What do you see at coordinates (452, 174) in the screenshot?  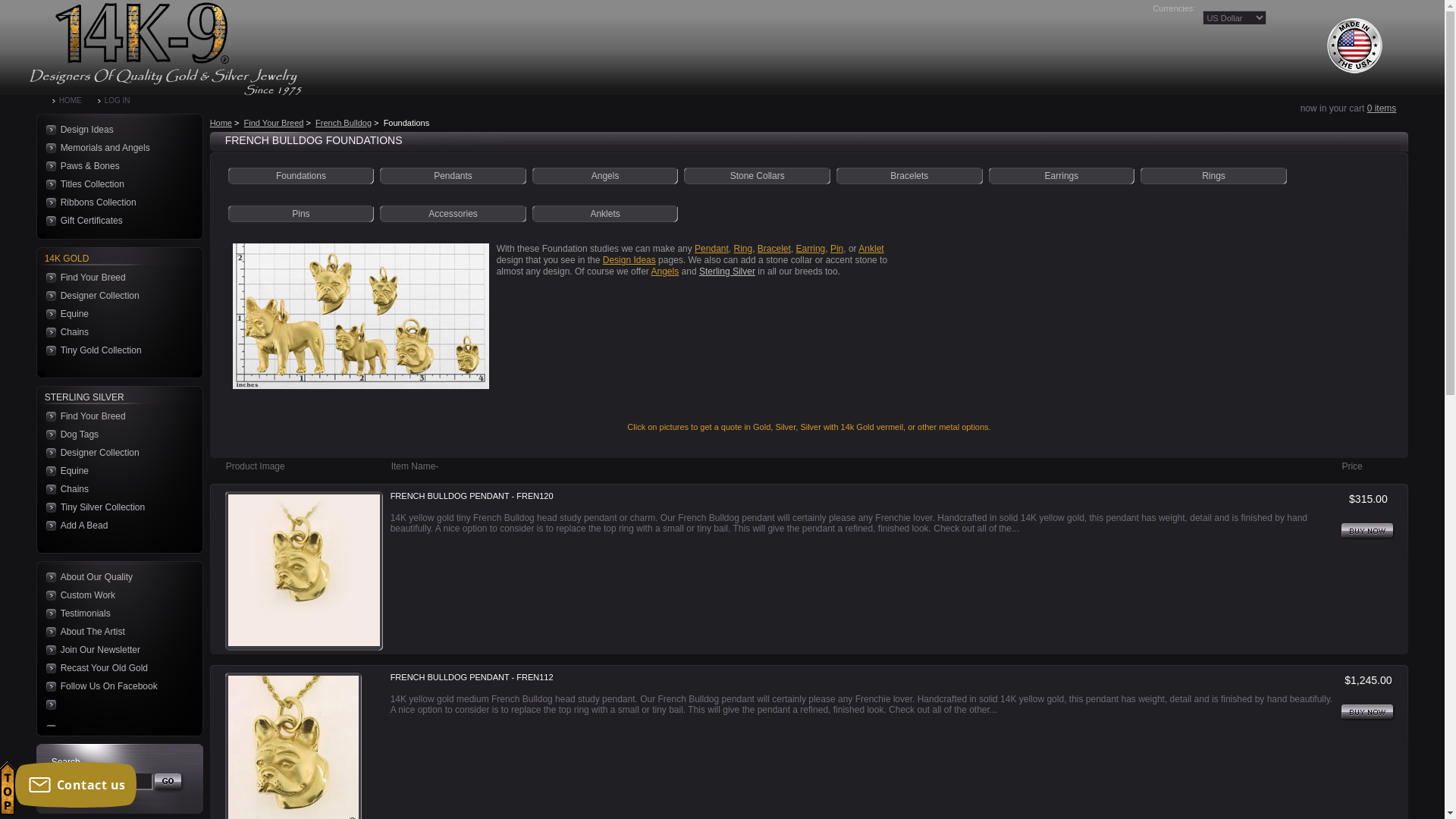 I see `'Pendants'` at bounding box center [452, 174].